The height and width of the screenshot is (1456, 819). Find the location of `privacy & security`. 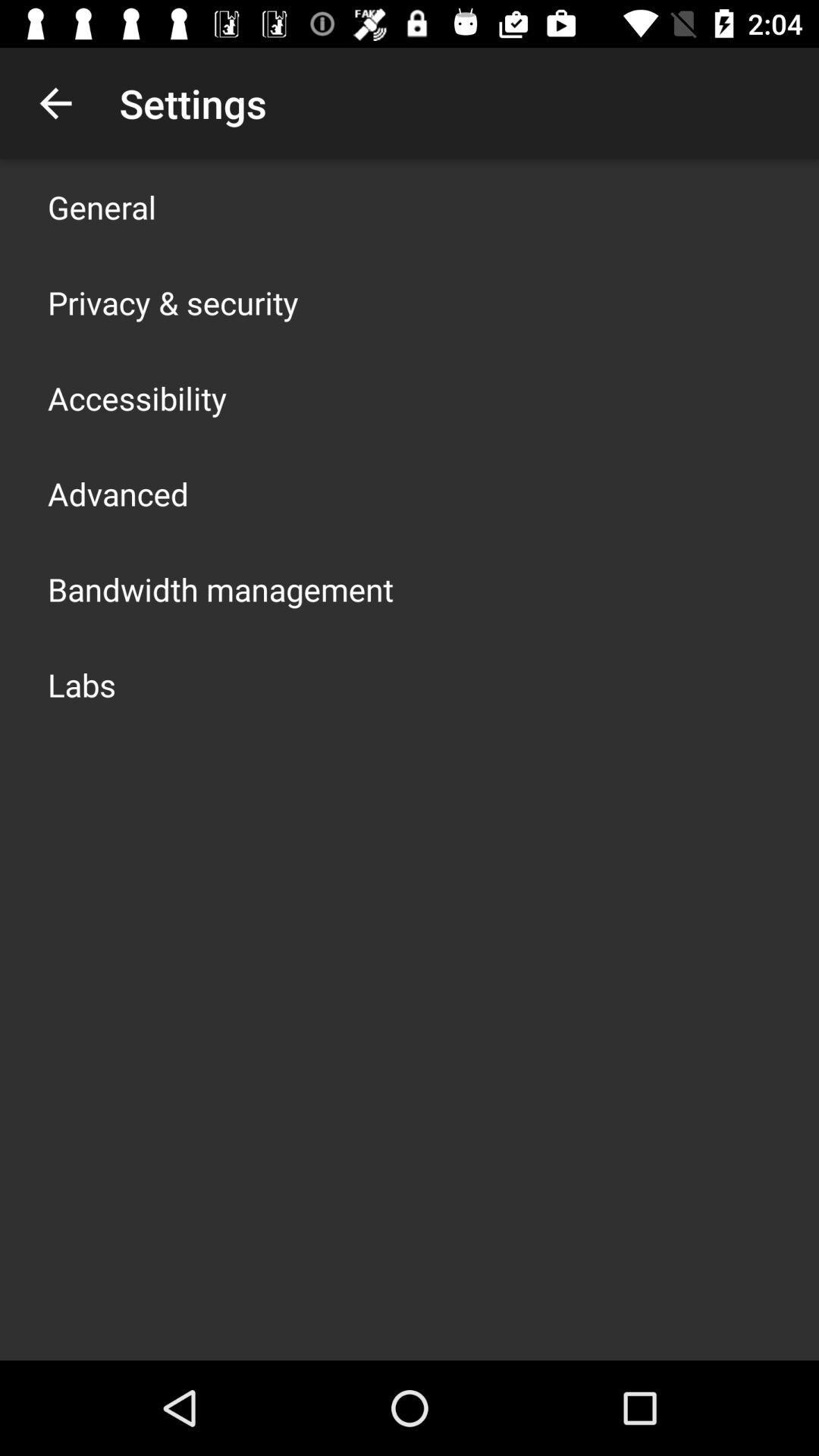

privacy & security is located at coordinates (172, 302).